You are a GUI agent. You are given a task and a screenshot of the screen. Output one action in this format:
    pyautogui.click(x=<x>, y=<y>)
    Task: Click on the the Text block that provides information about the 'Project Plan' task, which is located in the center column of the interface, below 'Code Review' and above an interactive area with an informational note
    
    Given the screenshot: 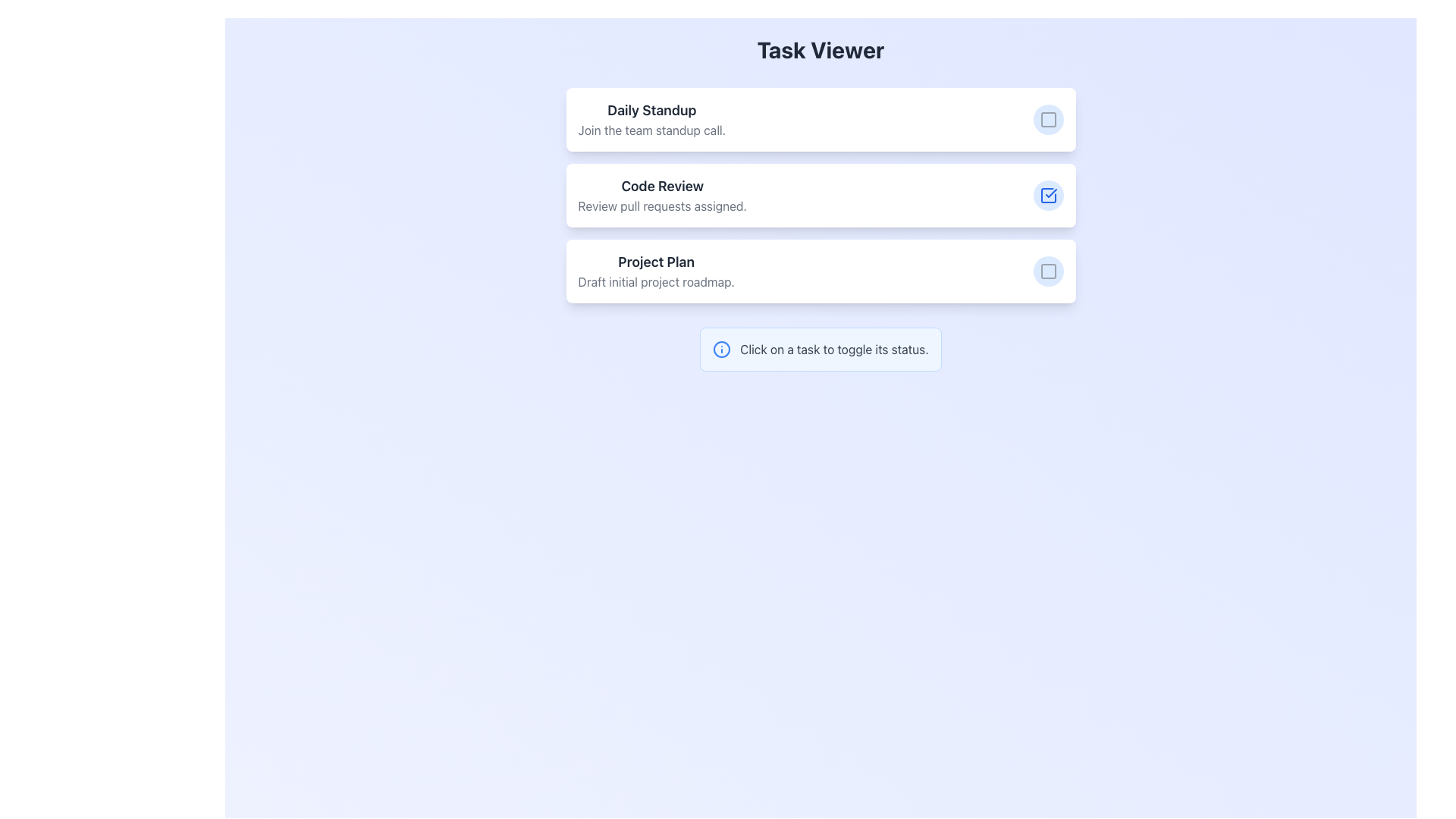 What is the action you would take?
    pyautogui.click(x=656, y=271)
    